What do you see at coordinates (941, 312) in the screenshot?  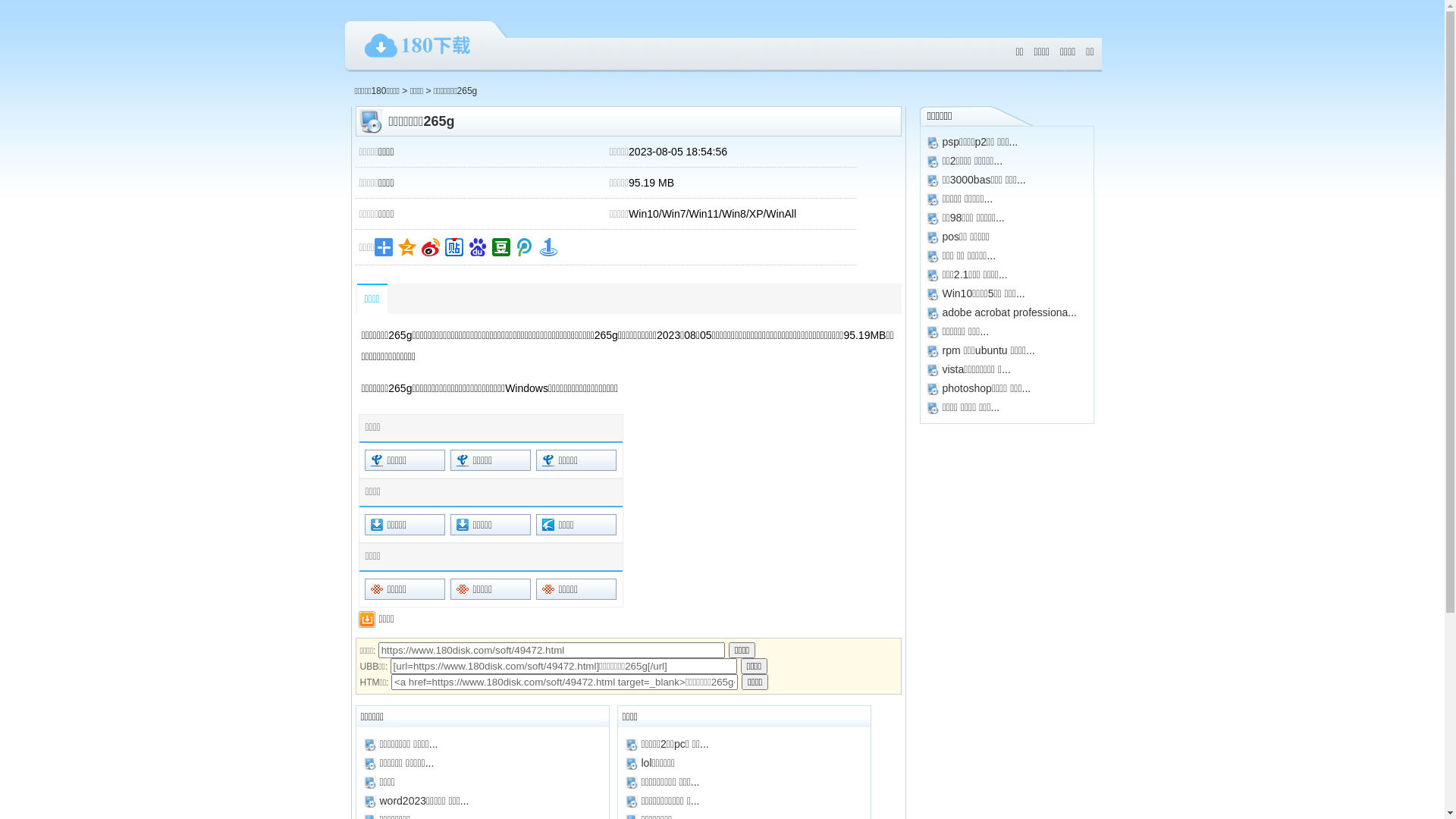 I see `'adobe acrobat professiona...'` at bounding box center [941, 312].